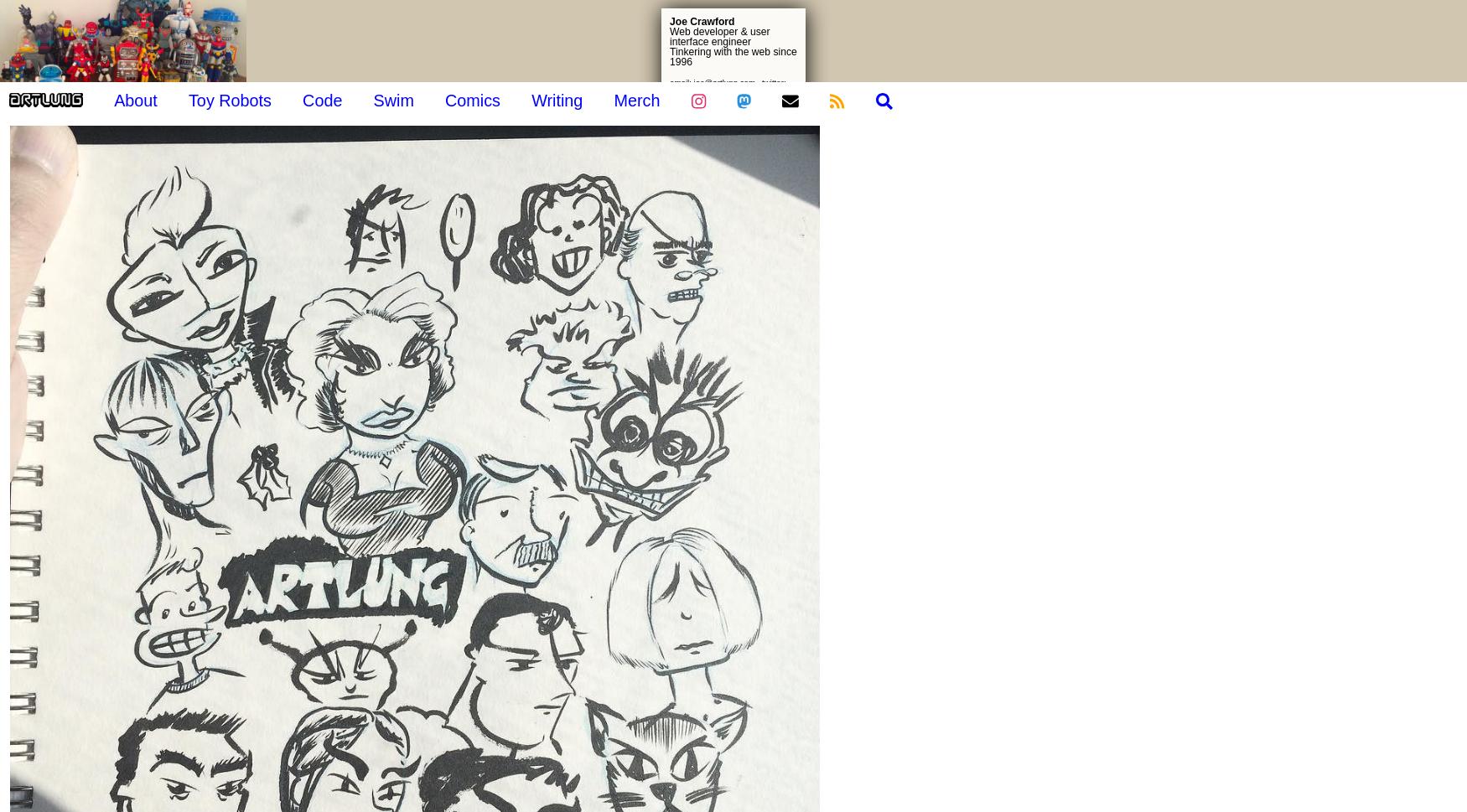 The image size is (1467, 812). What do you see at coordinates (471, 99) in the screenshot?
I see `'Comics'` at bounding box center [471, 99].